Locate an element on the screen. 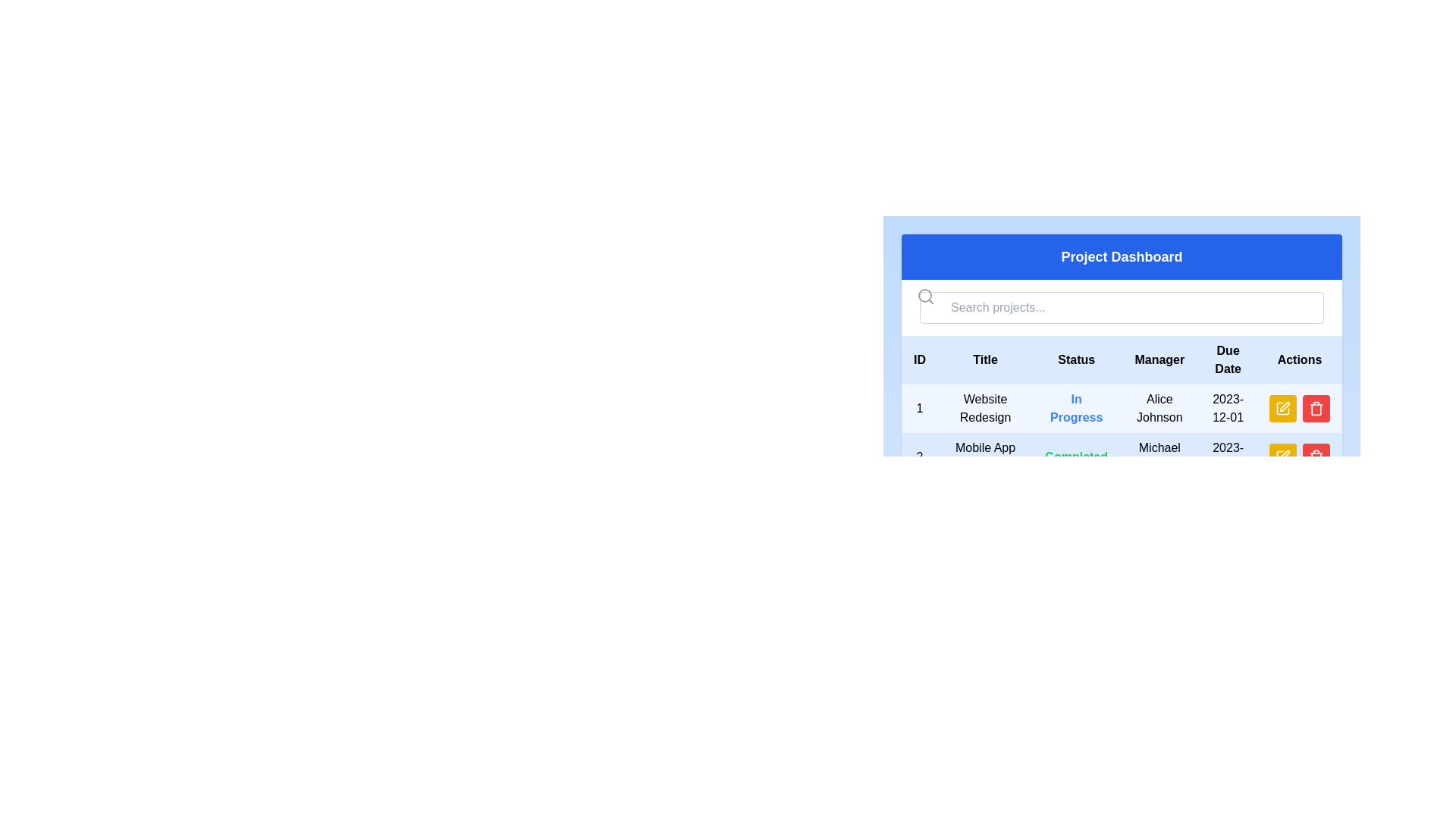 This screenshot has width=1456, height=819. the trash icon, which is a white trash bin within a red circular button, located in the 'Actions' column of the second row of a table is located at coordinates (1316, 456).